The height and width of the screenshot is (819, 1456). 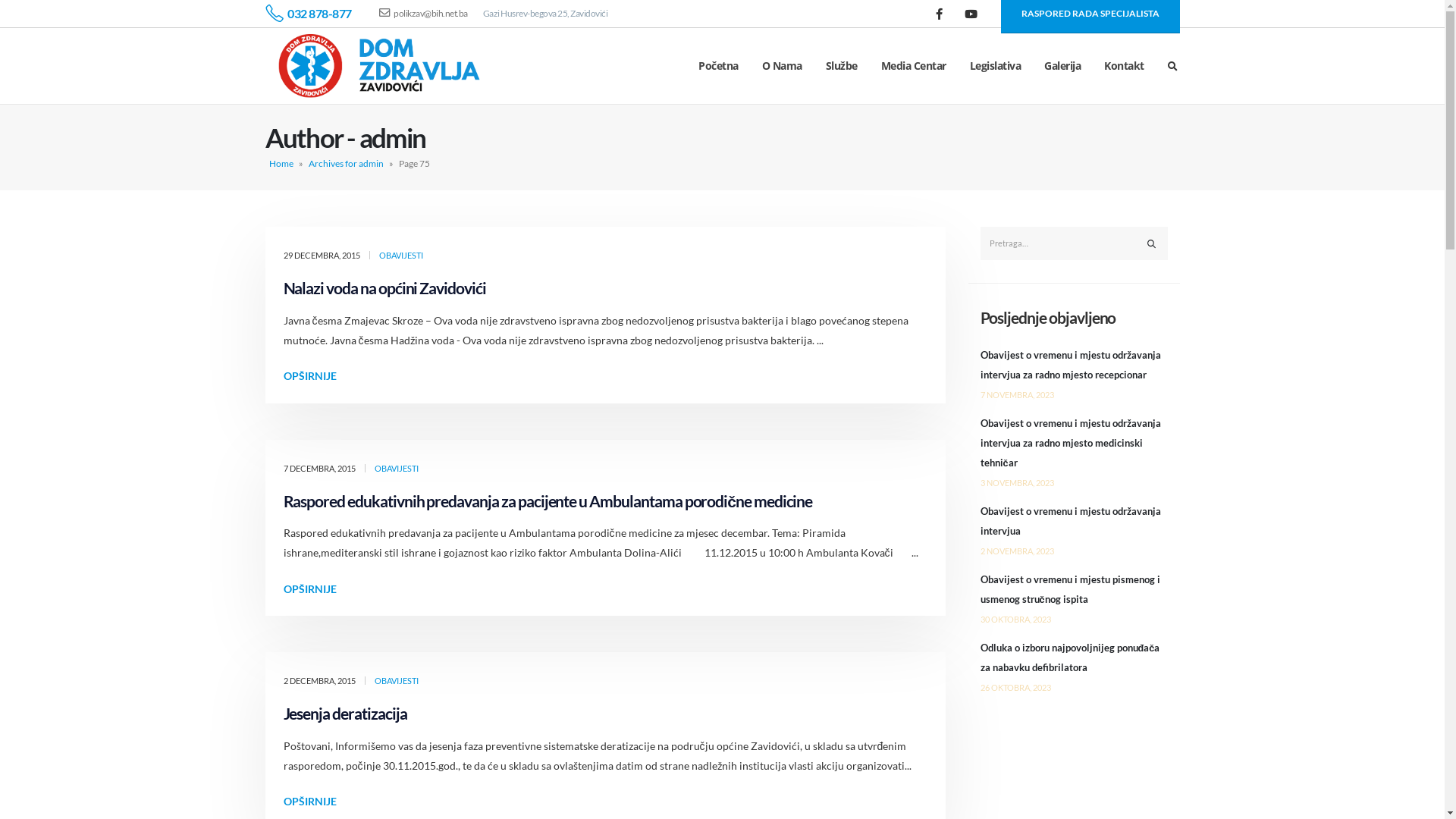 I want to click on 'Jesenja deratizacija', so click(x=344, y=713).